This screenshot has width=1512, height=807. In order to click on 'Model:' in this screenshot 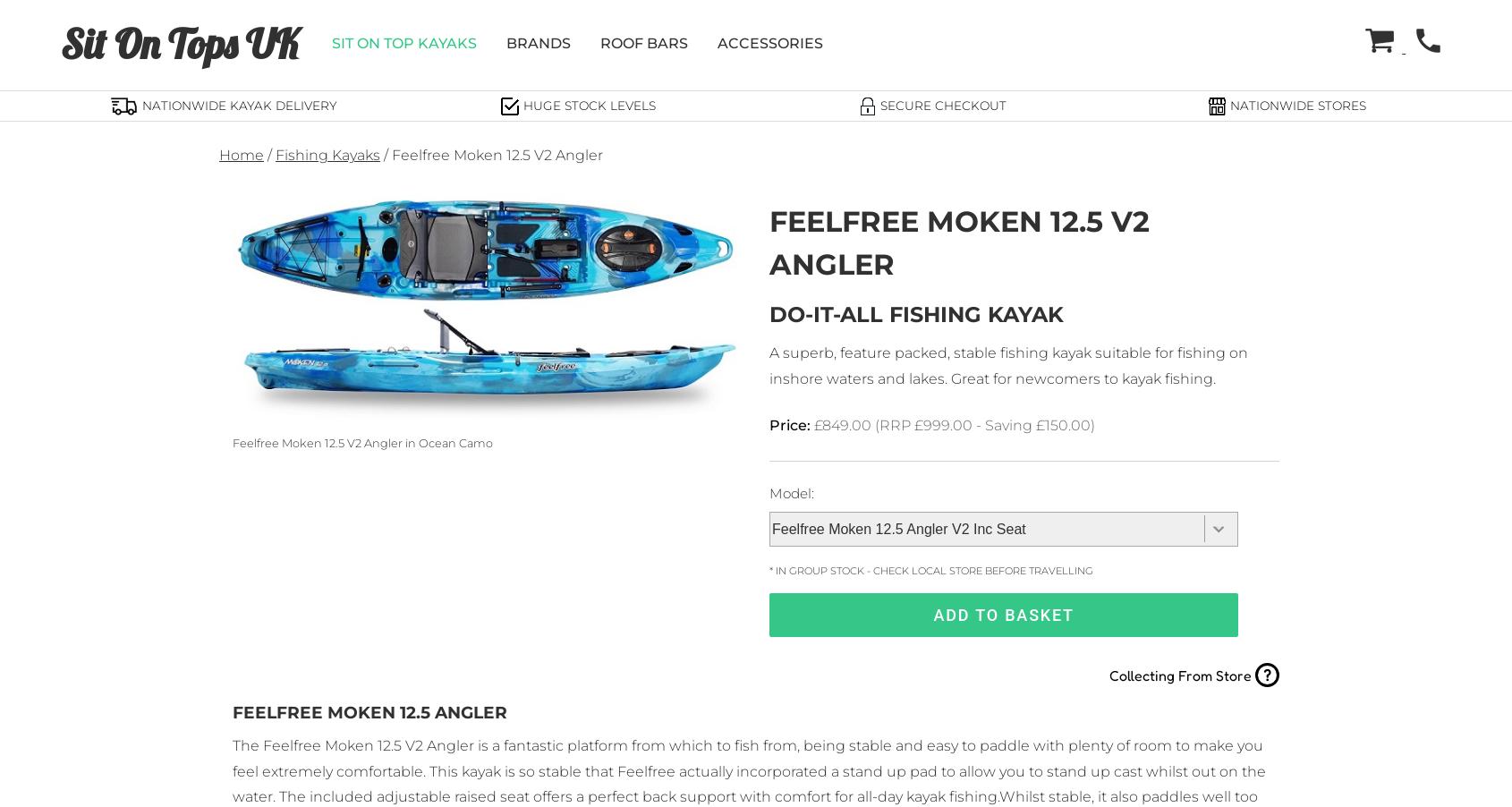, I will do `click(791, 493)`.